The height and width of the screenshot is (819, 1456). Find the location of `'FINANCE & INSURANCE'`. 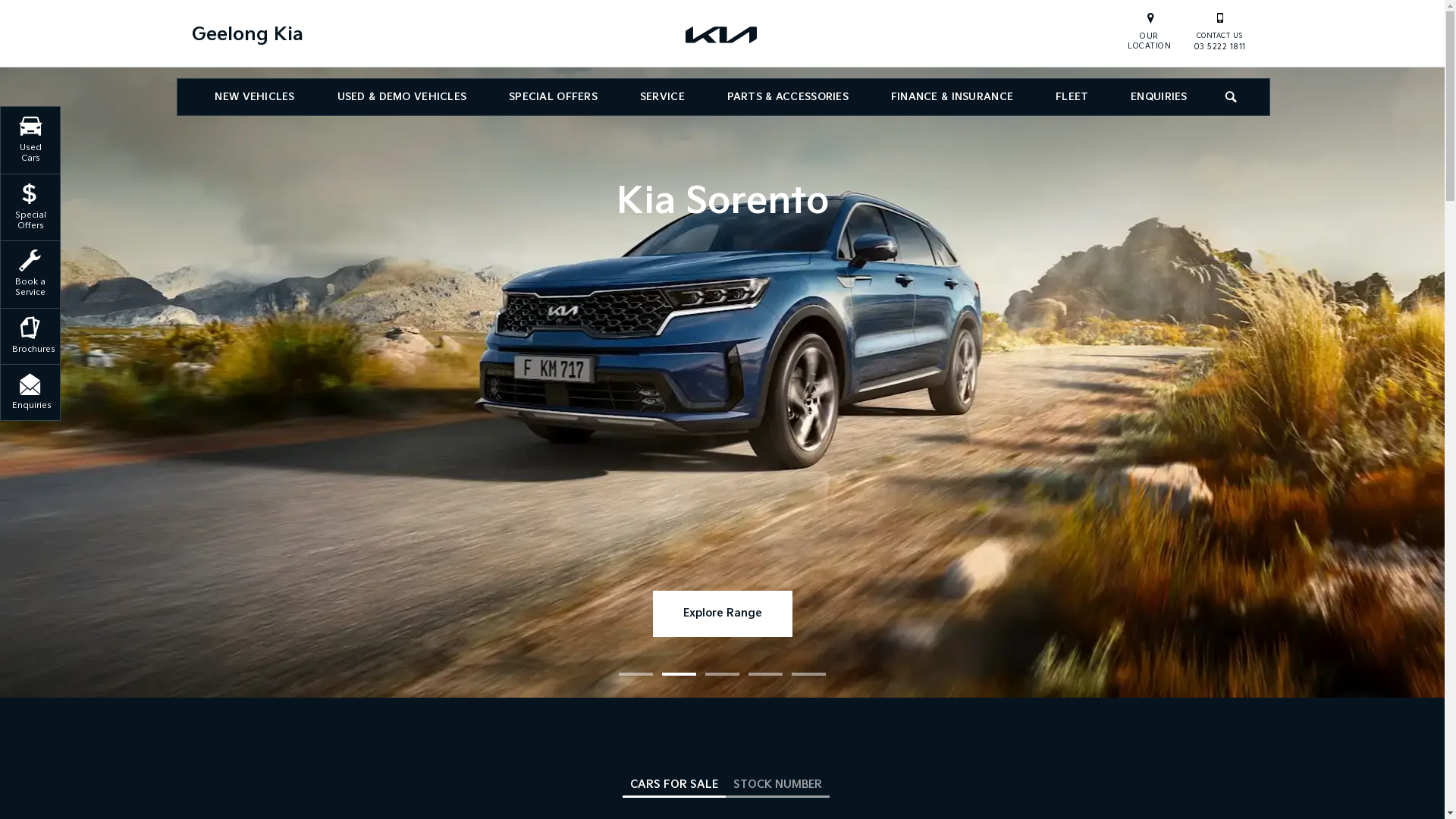

'FINANCE & INSURANCE' is located at coordinates (951, 96).